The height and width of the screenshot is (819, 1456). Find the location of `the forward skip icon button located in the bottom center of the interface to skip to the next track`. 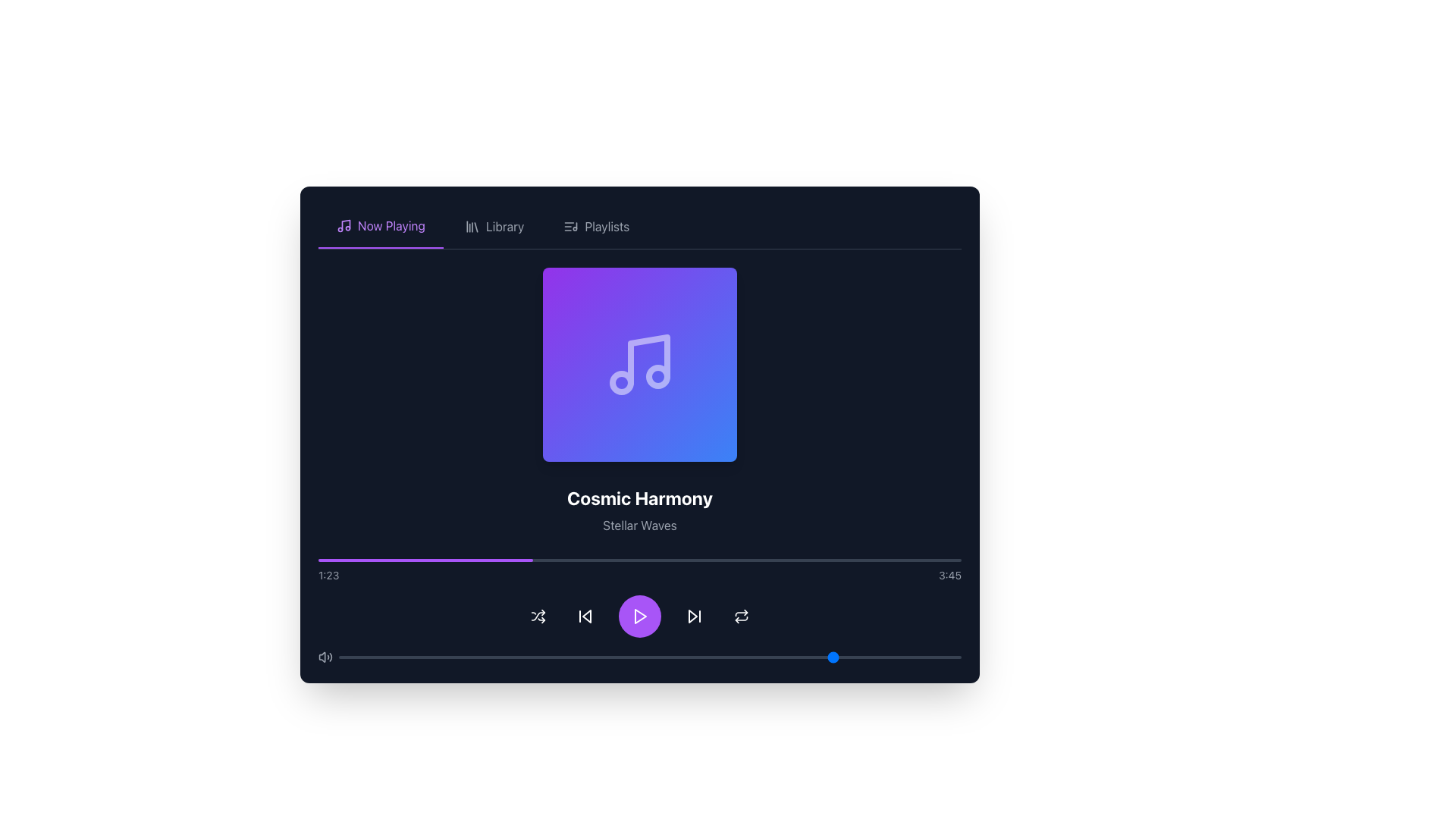

the forward skip icon button located in the bottom center of the interface to skip to the next track is located at coordinates (694, 617).